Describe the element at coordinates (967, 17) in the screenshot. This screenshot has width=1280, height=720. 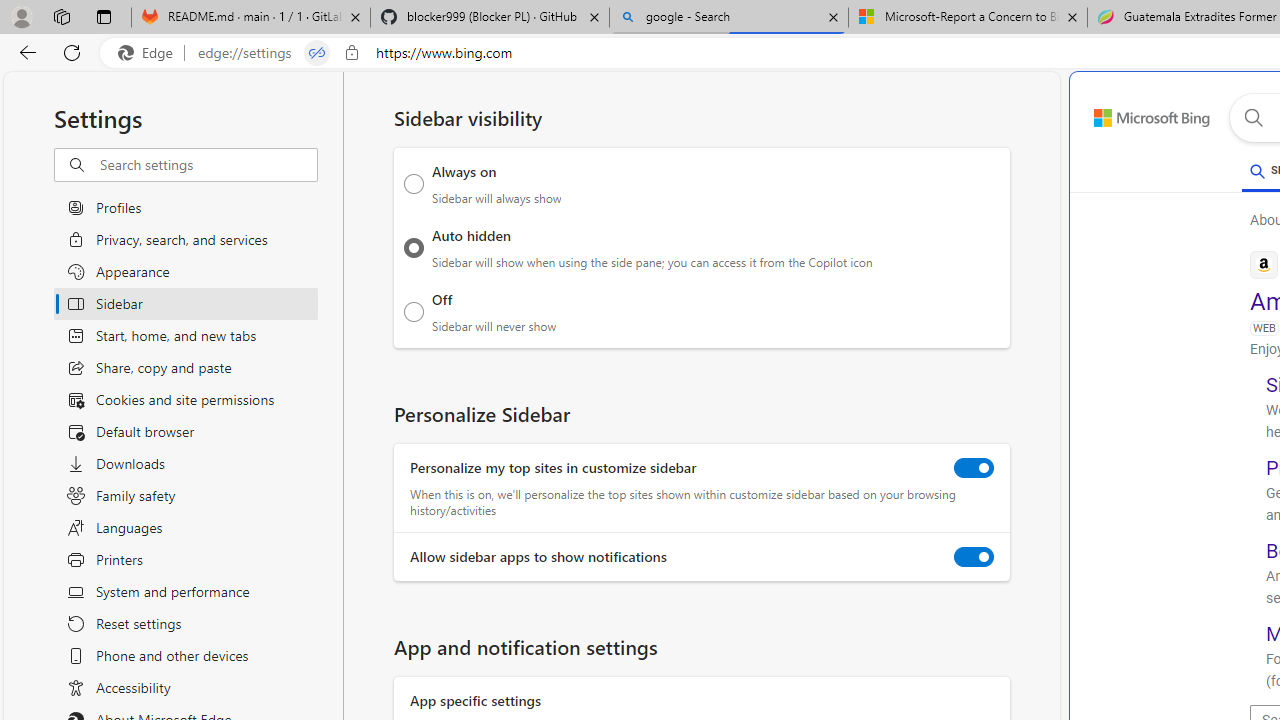
I see `'Microsoft-Report a Concern to Bing'` at that location.